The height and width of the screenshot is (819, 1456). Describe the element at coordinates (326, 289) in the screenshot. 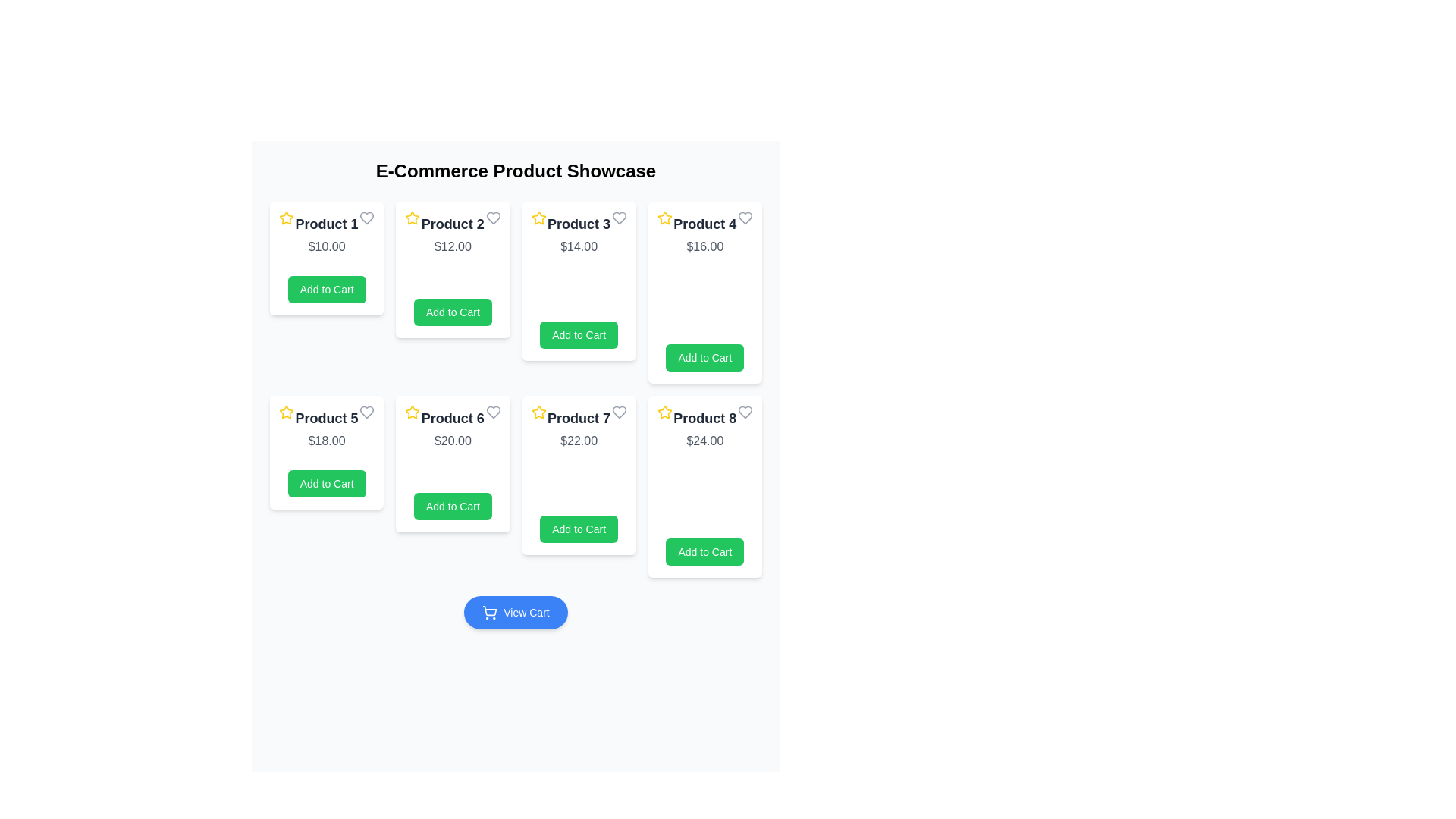

I see `the button located at the bottom of the card for 'Product 1'` at that location.